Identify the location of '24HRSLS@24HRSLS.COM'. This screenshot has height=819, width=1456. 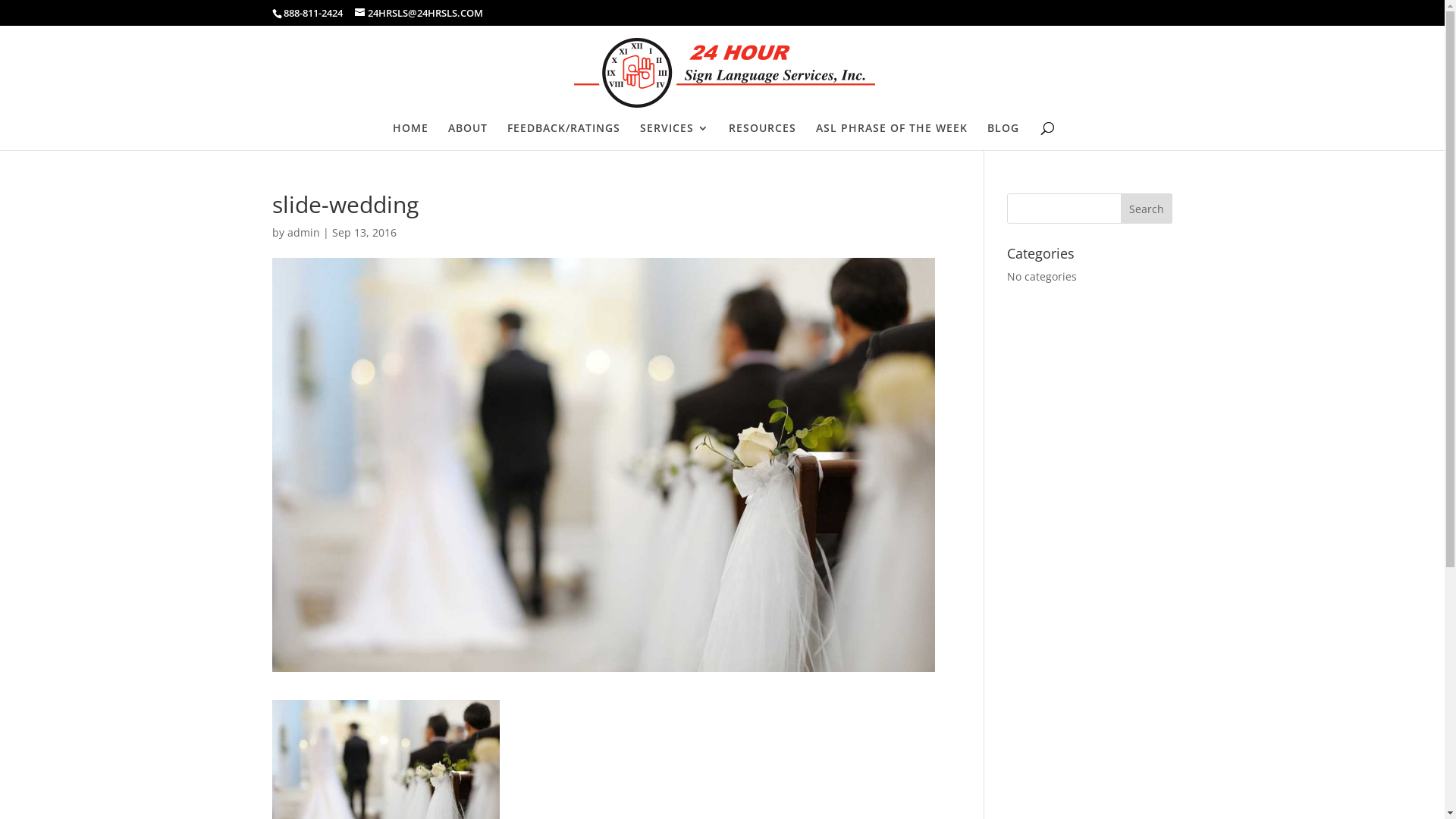
(419, 12).